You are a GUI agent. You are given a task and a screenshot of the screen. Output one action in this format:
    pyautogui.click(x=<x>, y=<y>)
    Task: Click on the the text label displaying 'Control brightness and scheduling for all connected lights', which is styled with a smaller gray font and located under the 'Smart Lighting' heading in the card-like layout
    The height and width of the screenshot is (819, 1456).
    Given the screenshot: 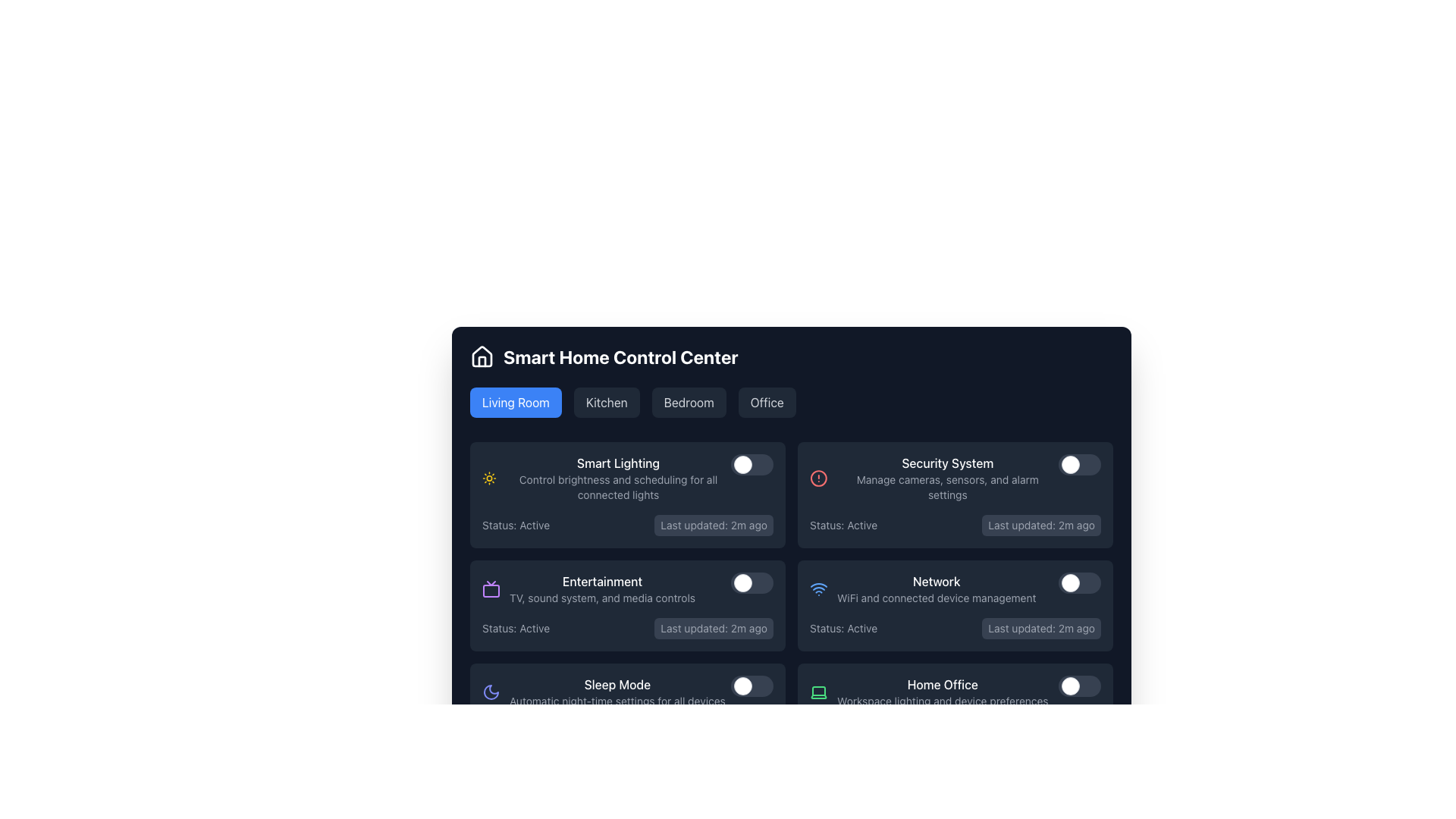 What is the action you would take?
    pyautogui.click(x=618, y=488)
    